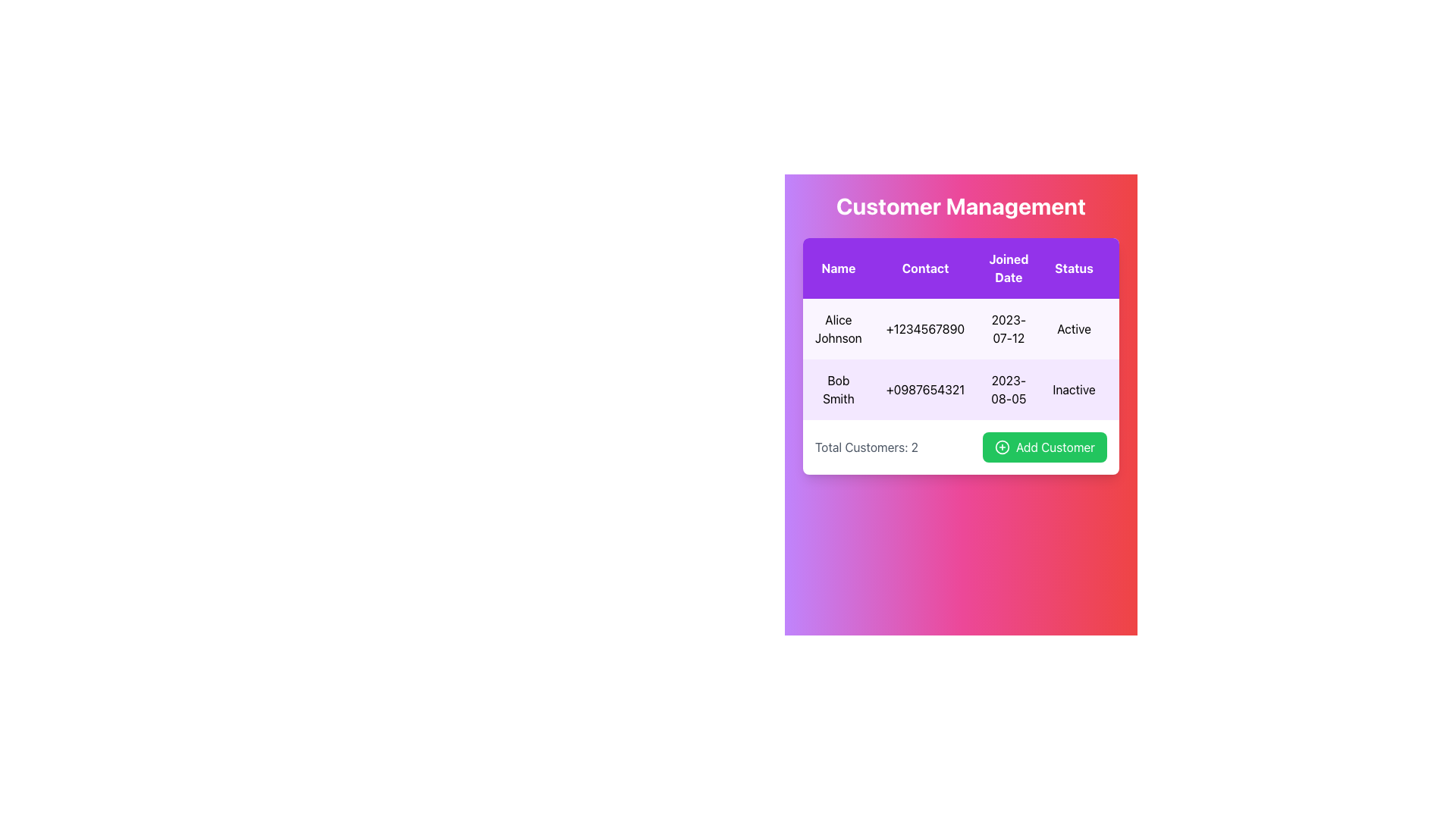 This screenshot has width=1456, height=819. I want to click on the second row in the customer details table, which includes information for 'Bob Smith', so click(1009, 388).